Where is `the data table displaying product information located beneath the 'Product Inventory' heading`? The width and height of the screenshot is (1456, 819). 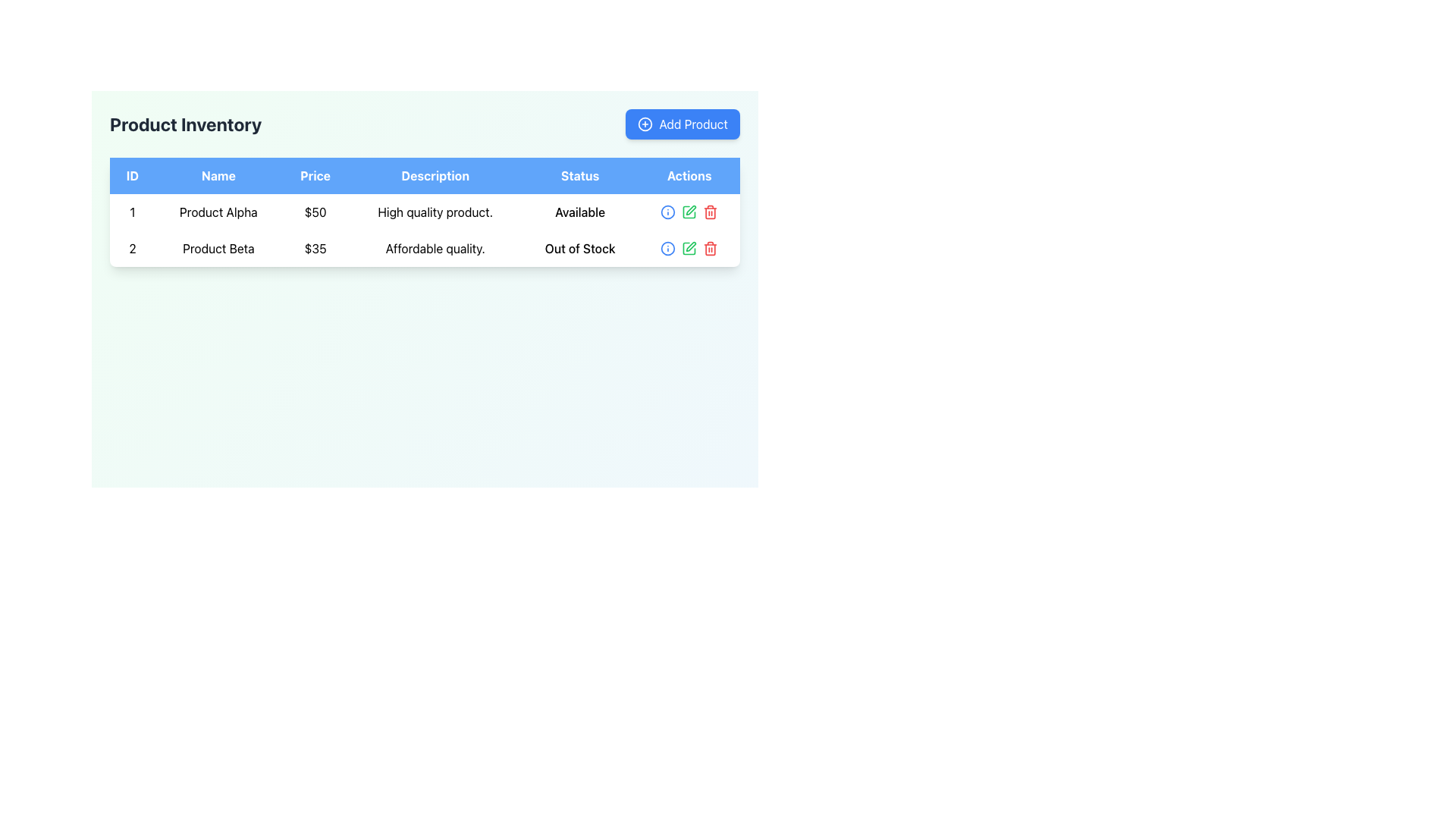
the data table displaying product information located beneath the 'Product Inventory' heading is located at coordinates (425, 212).